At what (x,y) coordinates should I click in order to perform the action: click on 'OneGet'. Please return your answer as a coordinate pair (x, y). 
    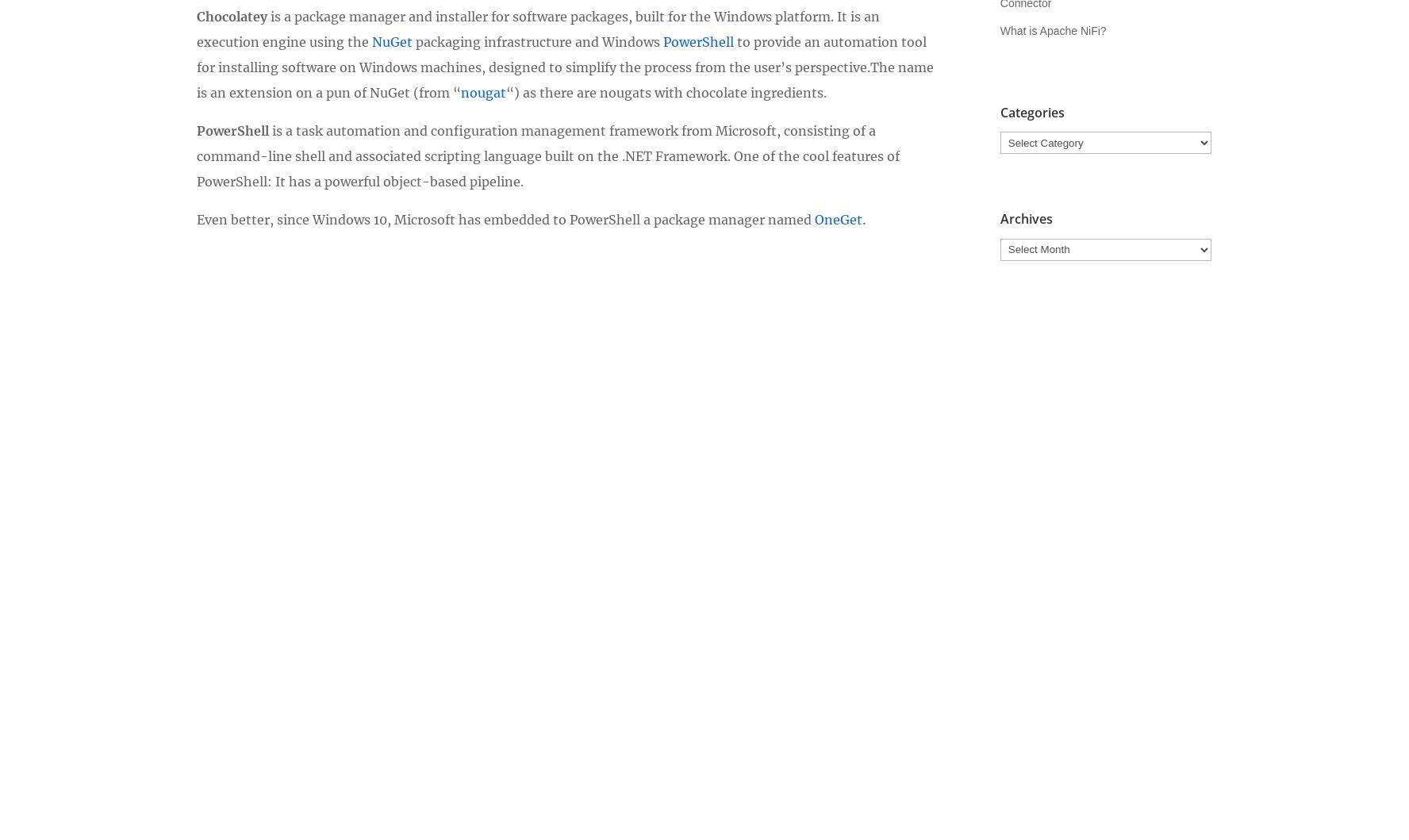
    Looking at the image, I should click on (838, 218).